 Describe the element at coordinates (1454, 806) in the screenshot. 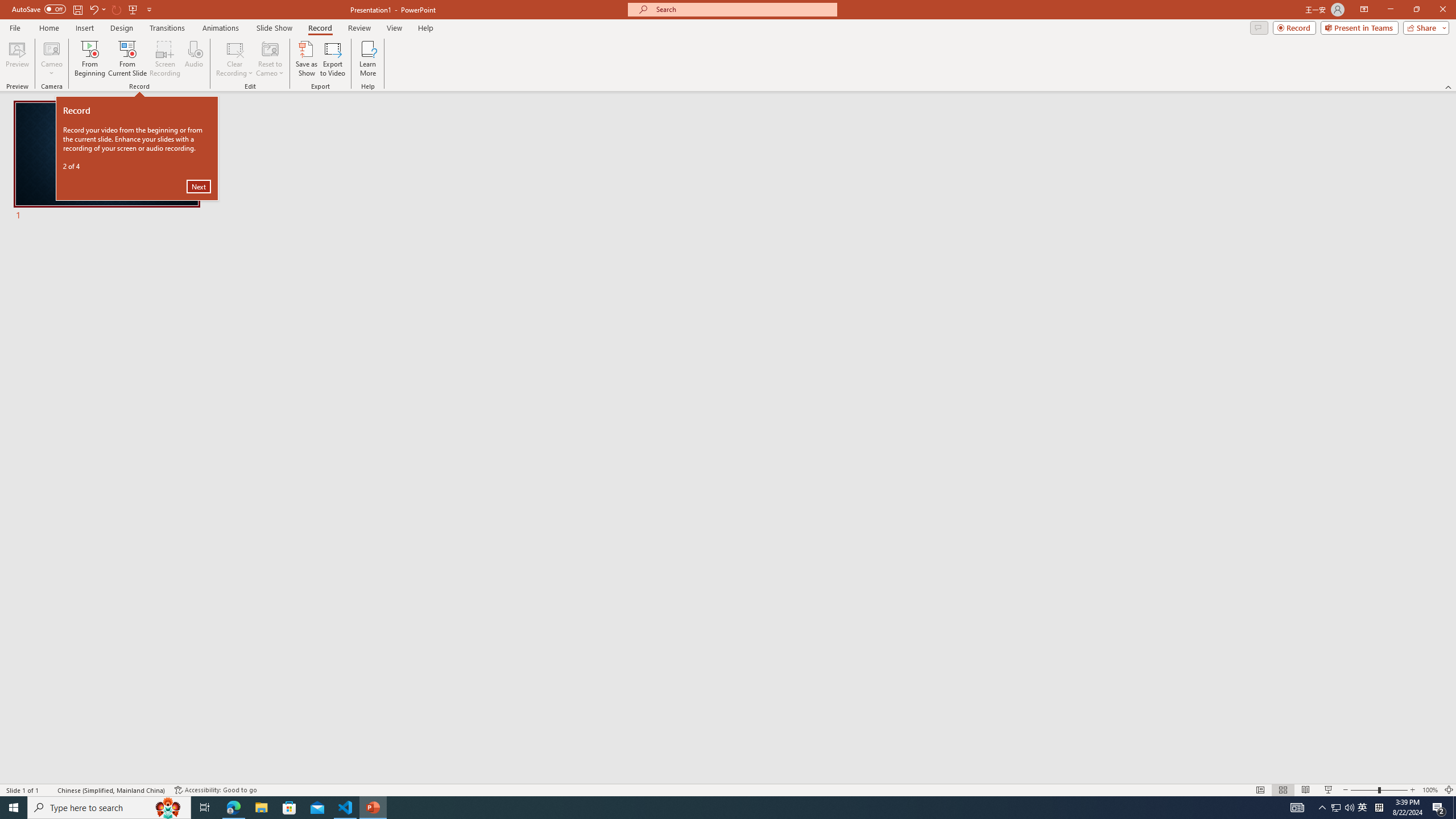

I see `'Show desktop'` at that location.